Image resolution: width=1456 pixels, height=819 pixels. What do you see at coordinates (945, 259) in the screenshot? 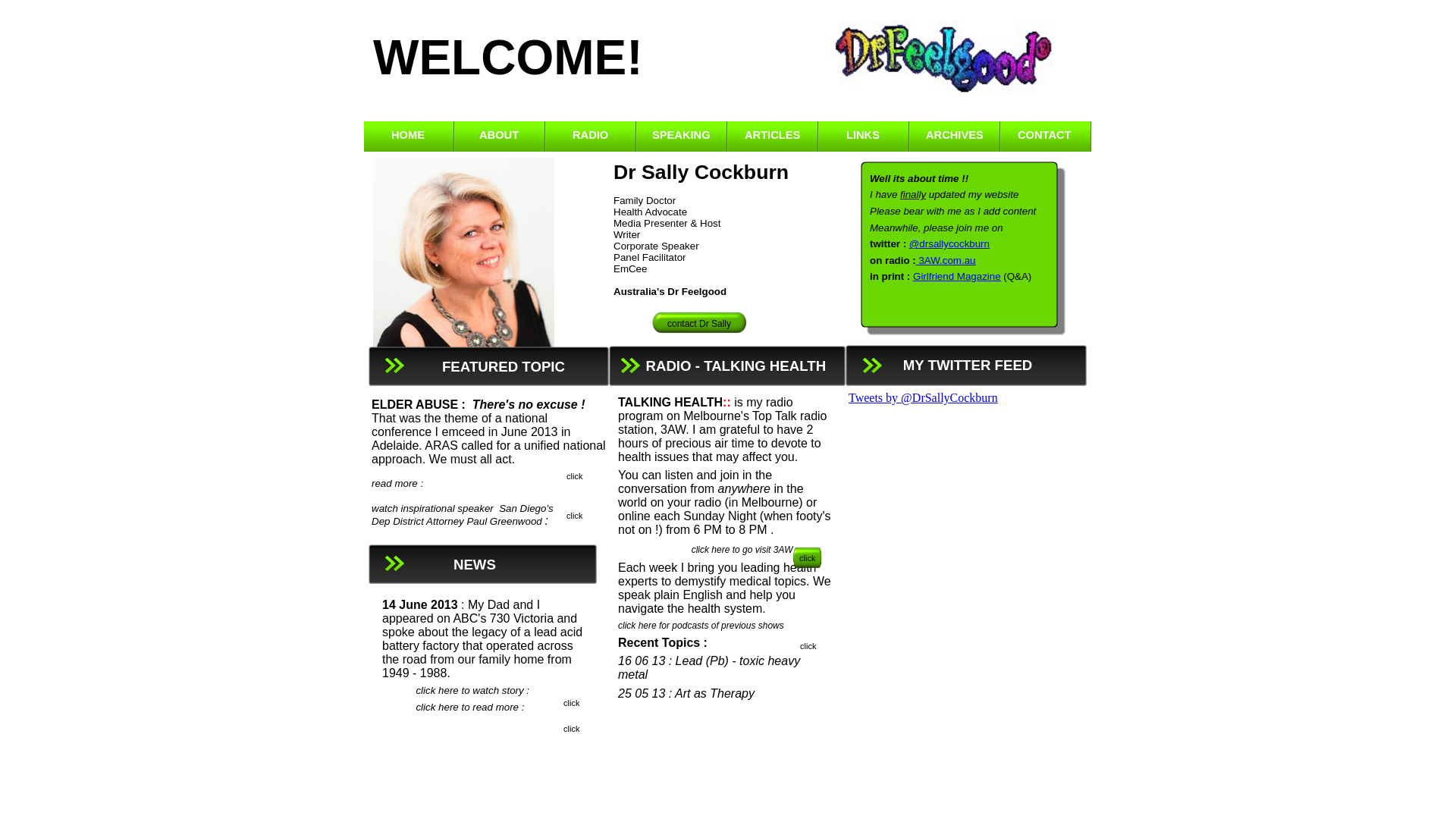
I see `'3AW.com.au'` at bounding box center [945, 259].